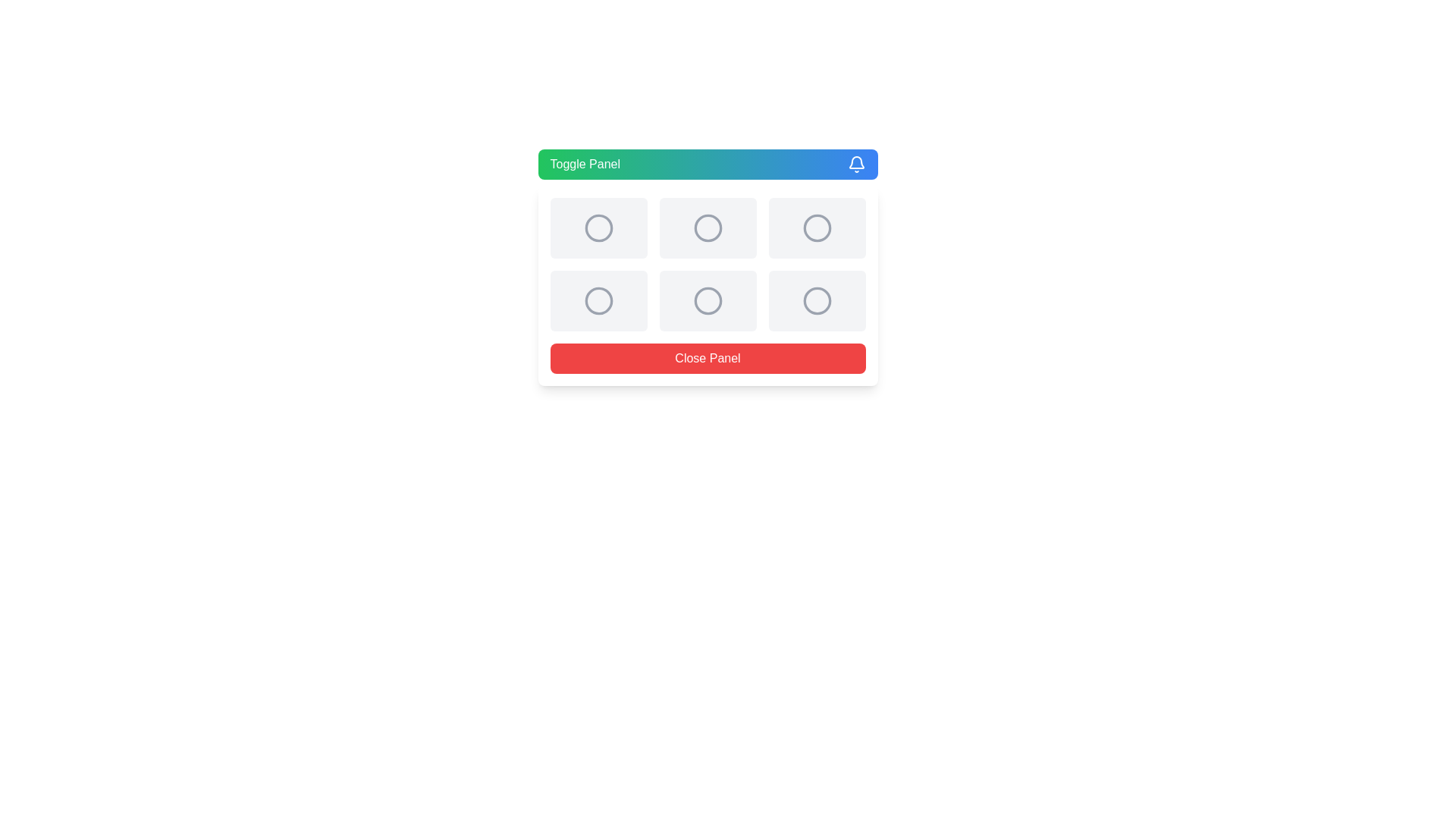 Image resolution: width=1456 pixels, height=819 pixels. I want to click on the circular element located in the first column of the second row within a grid of circles, so click(598, 301).